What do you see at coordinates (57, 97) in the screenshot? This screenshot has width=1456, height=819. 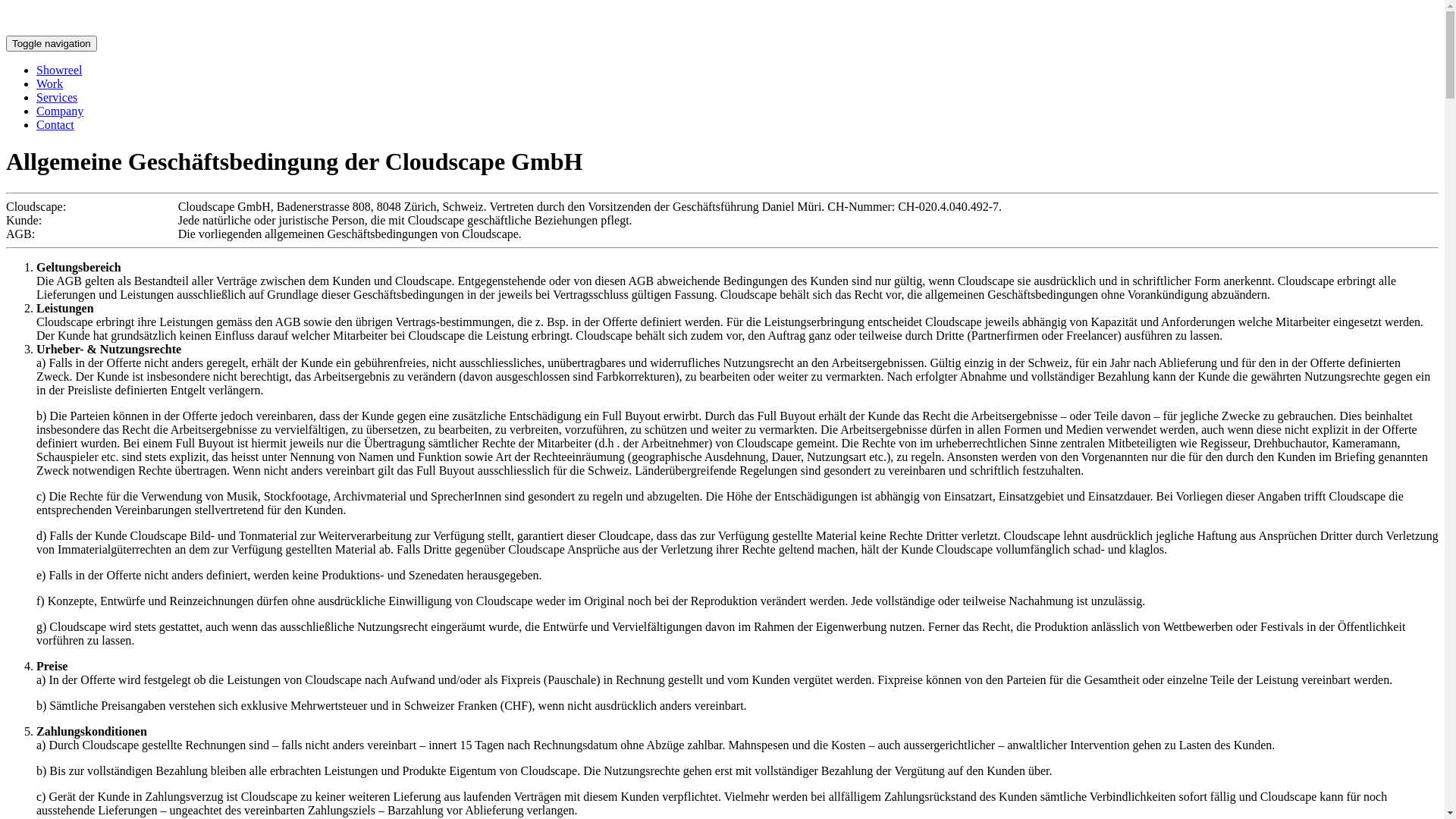 I see `'Services'` at bounding box center [57, 97].